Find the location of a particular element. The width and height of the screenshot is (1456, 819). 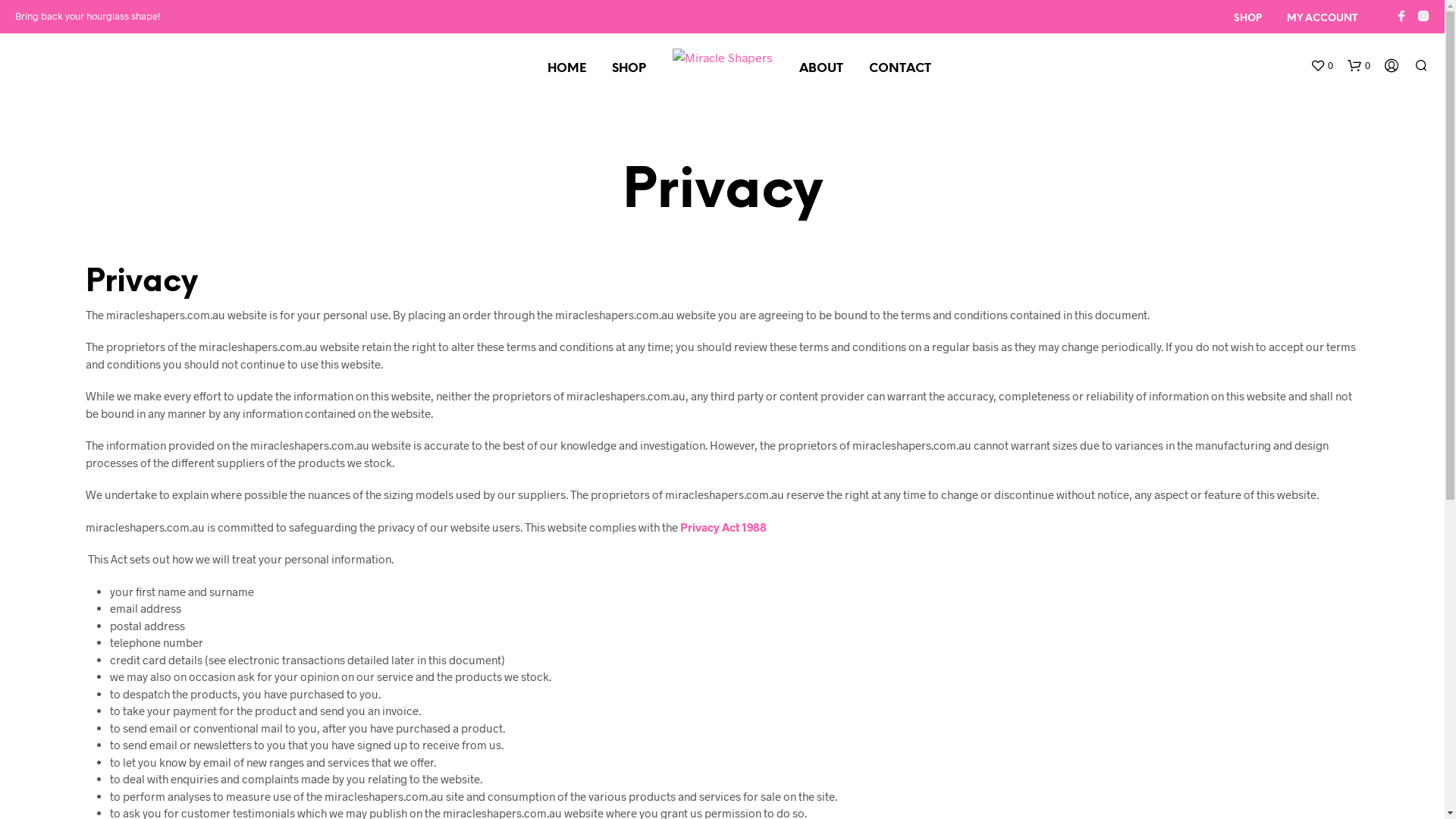

'SHOP' is located at coordinates (629, 69).